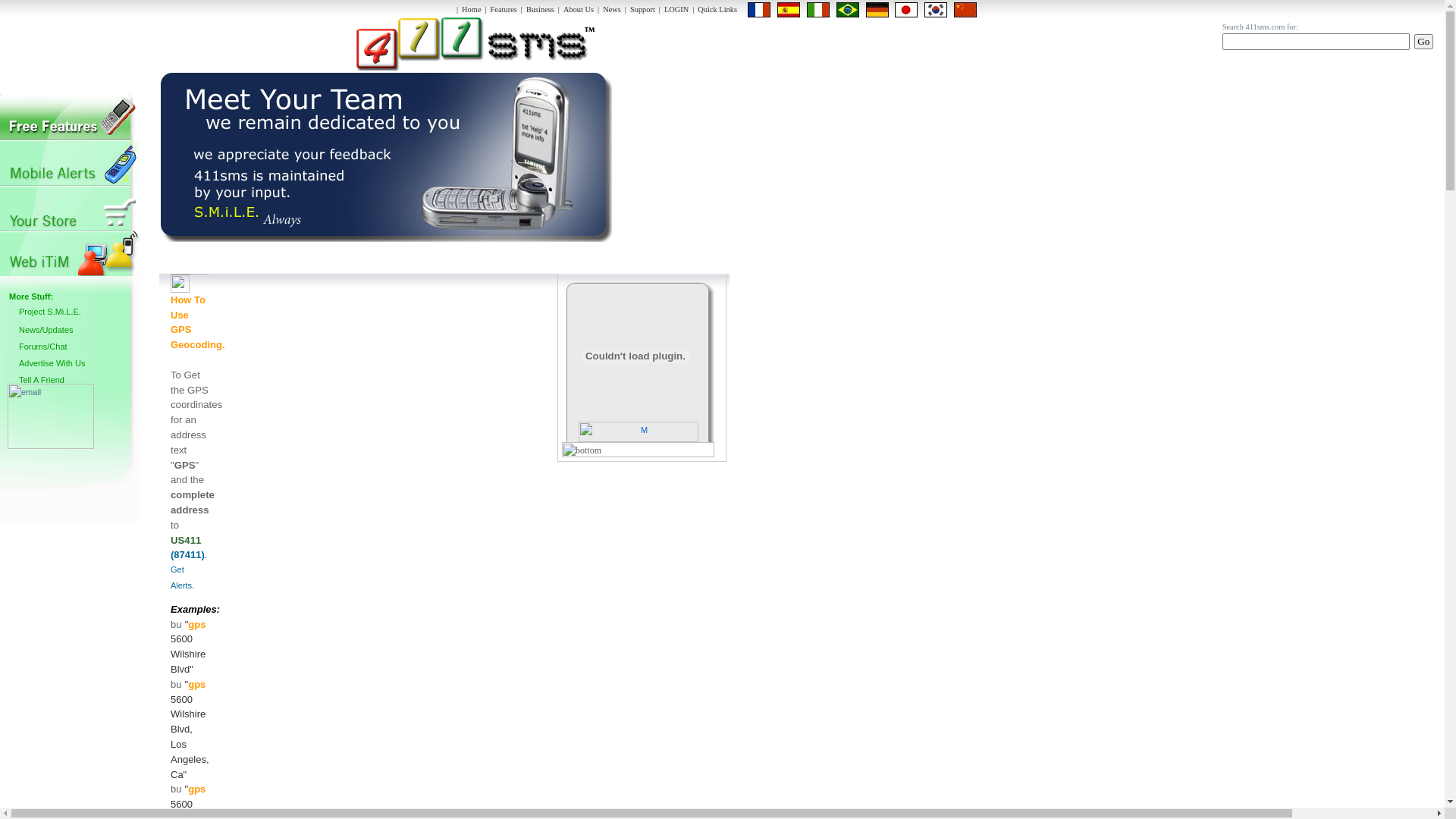  I want to click on 'MVNO Solutions', so click(69, 116).